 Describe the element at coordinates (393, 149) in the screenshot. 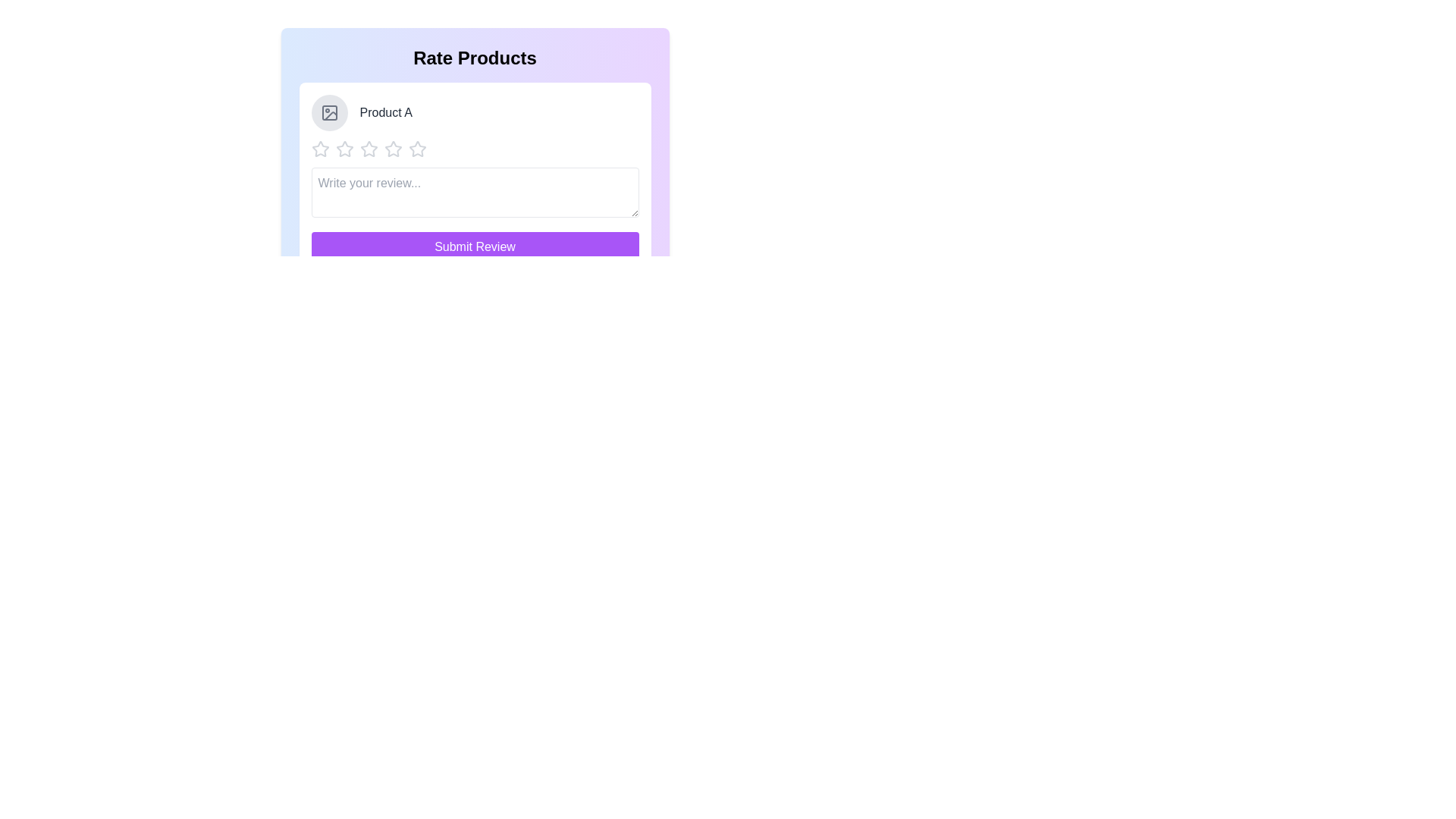

I see `the star corresponding to the desired rating 4` at that location.